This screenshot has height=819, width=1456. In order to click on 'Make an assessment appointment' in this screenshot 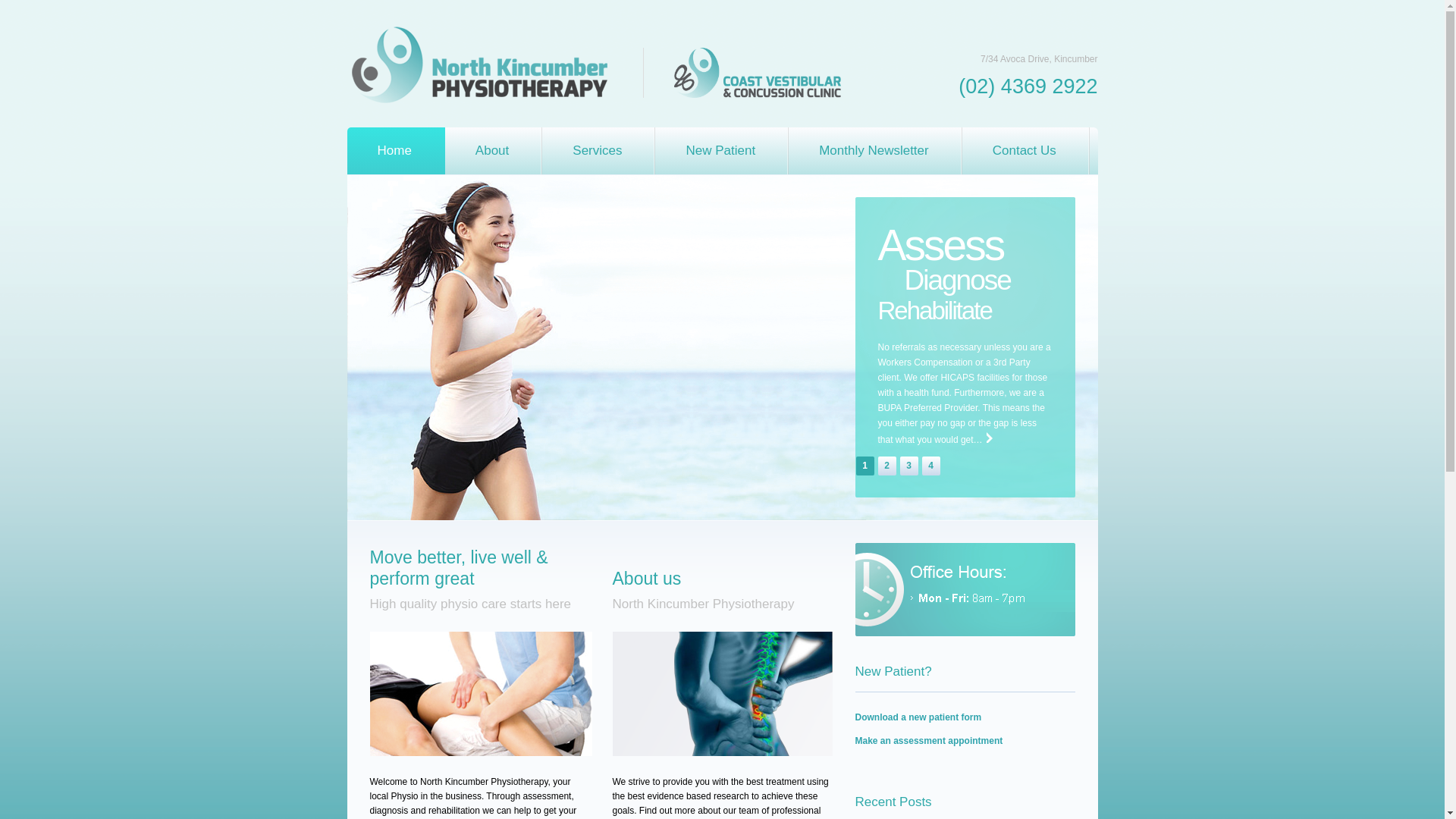, I will do `click(928, 739)`.